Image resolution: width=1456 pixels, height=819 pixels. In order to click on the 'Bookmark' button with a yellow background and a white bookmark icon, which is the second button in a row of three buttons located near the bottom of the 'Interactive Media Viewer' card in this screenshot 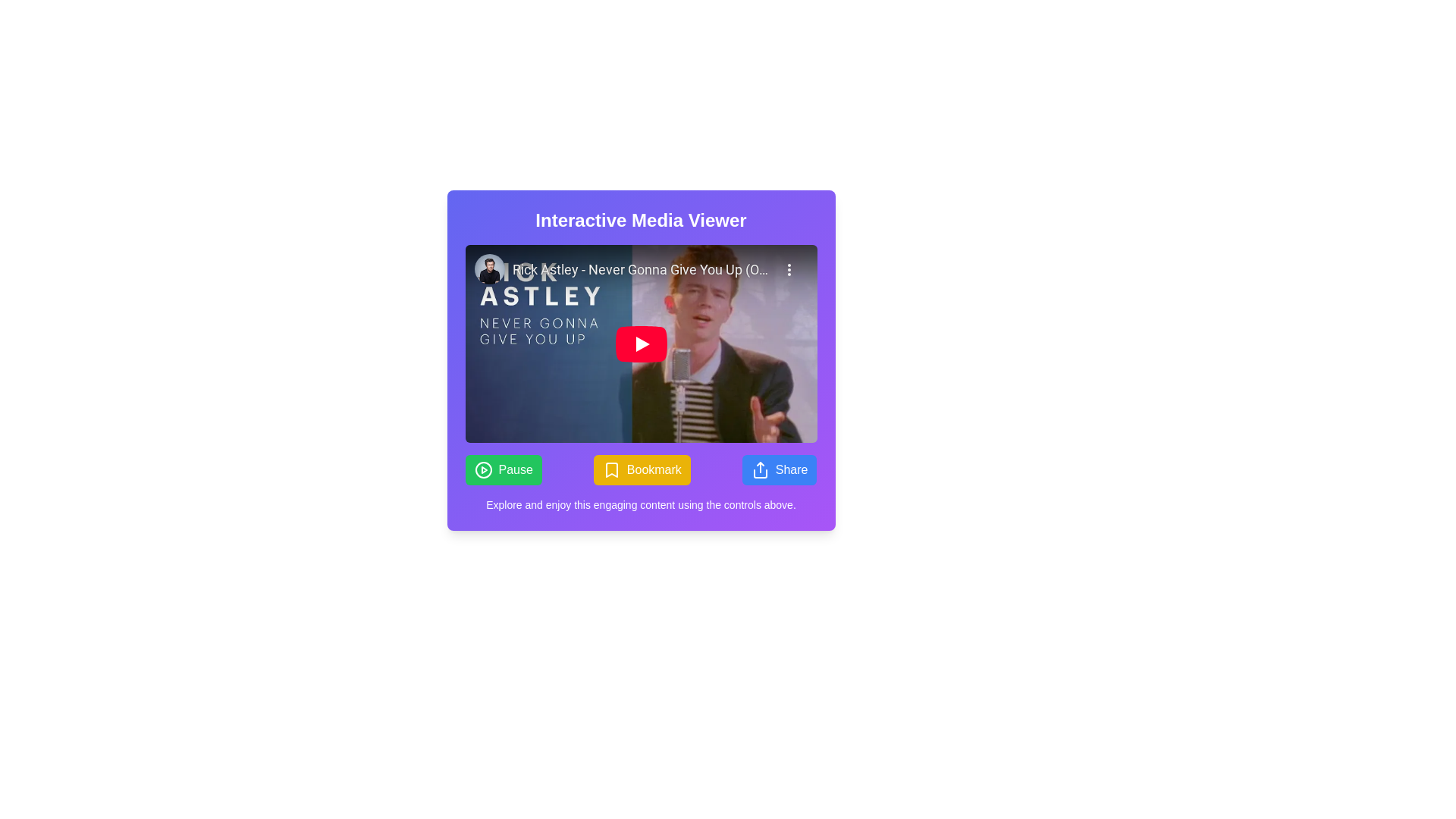, I will do `click(641, 469)`.